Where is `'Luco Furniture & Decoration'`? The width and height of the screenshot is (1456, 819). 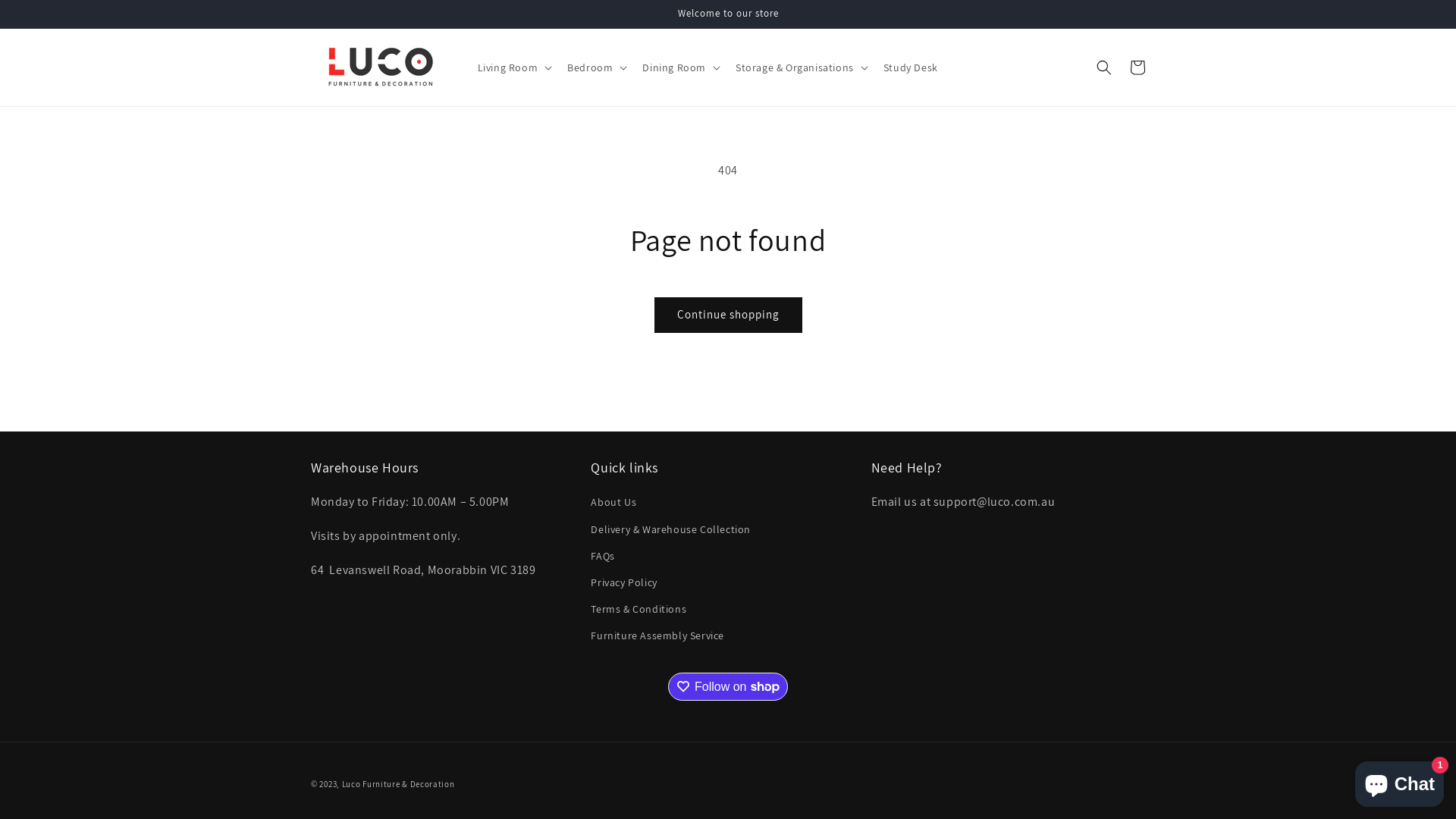 'Luco Furniture & Decoration' is located at coordinates (398, 783).